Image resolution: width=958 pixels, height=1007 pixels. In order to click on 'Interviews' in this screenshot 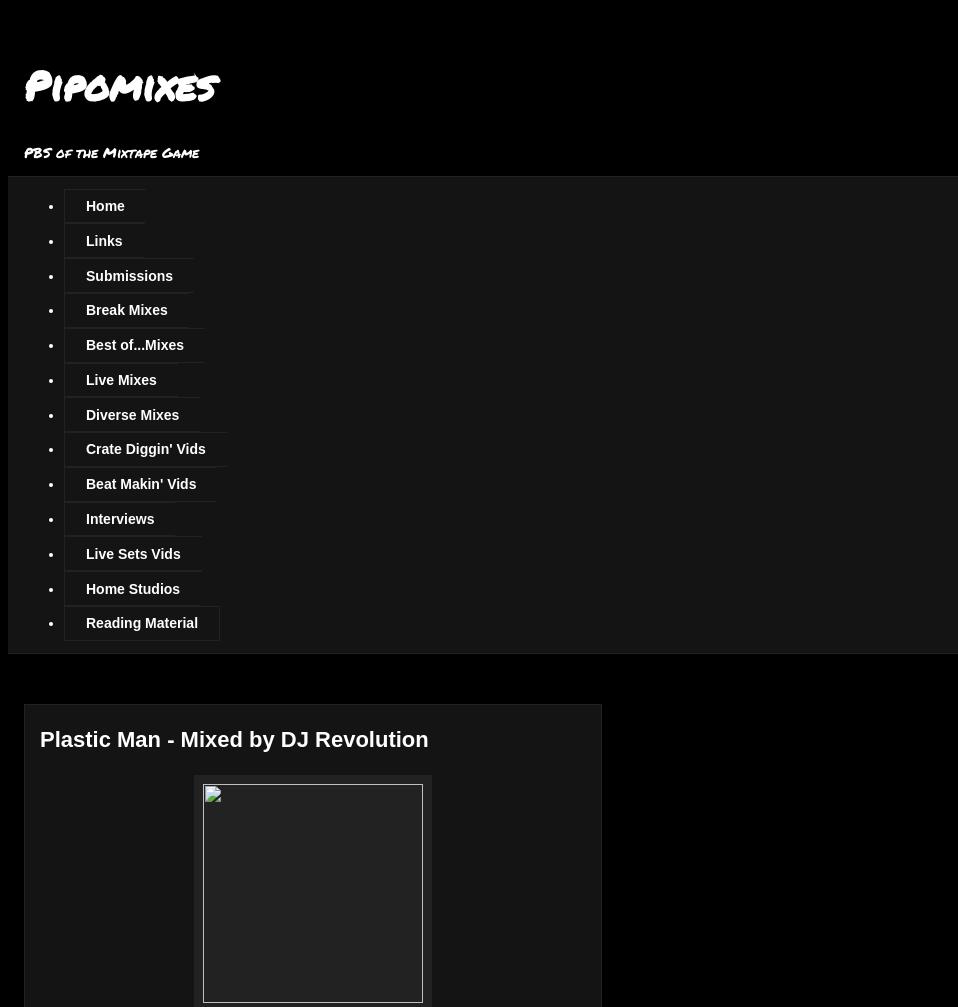, I will do `click(120, 518)`.